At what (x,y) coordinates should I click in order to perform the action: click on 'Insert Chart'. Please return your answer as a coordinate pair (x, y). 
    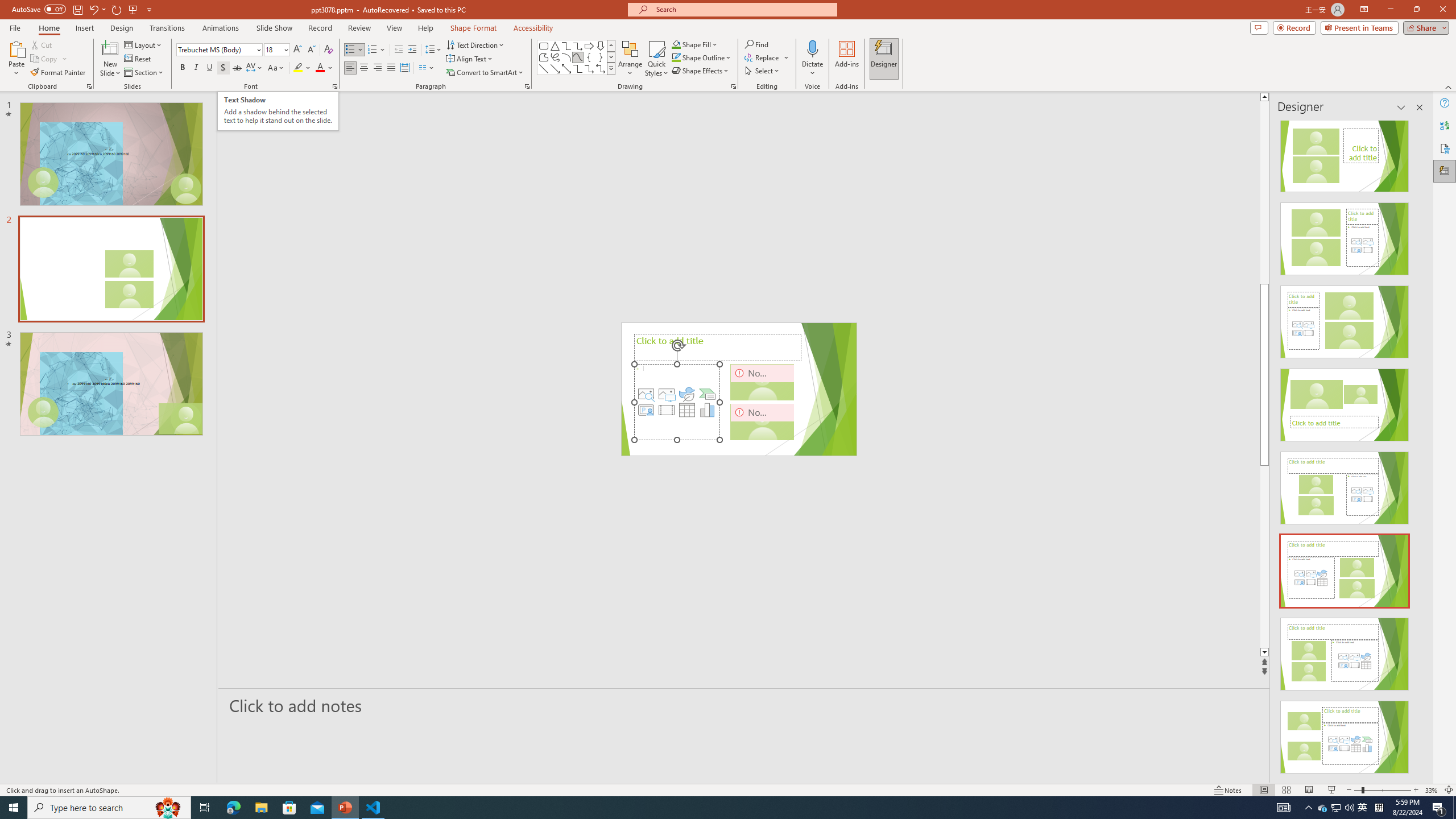
    Looking at the image, I should click on (707, 409).